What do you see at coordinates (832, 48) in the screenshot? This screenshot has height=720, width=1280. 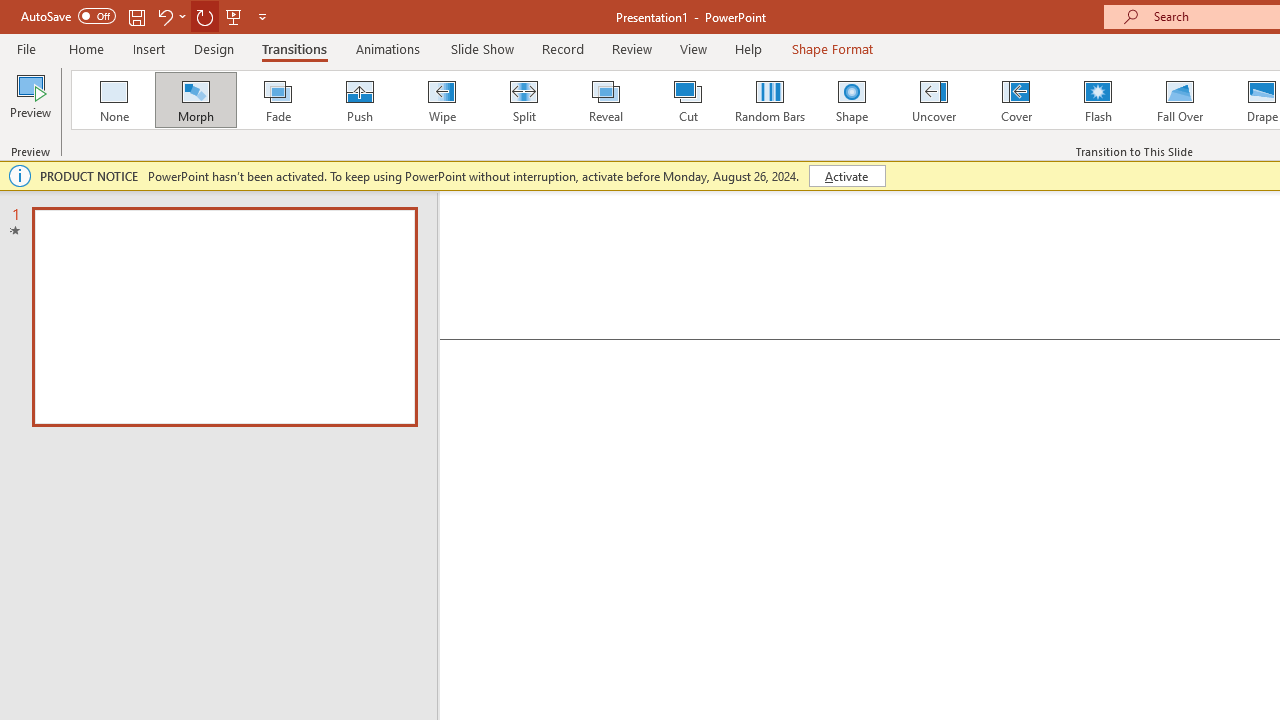 I see `'Shape Format'` at bounding box center [832, 48].